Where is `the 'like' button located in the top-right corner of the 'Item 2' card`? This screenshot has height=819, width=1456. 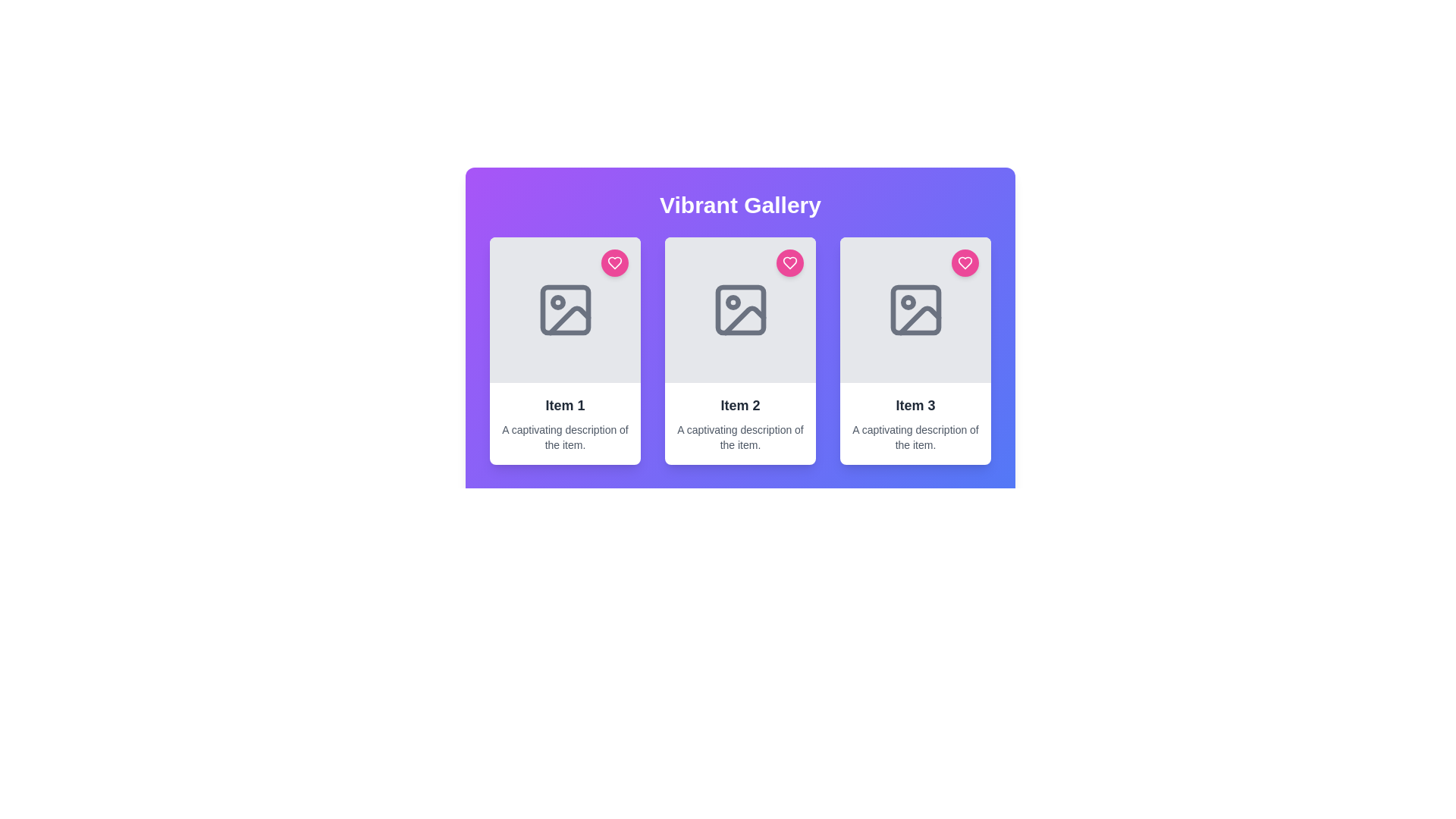
the 'like' button located in the top-right corner of the 'Item 2' card is located at coordinates (789, 262).